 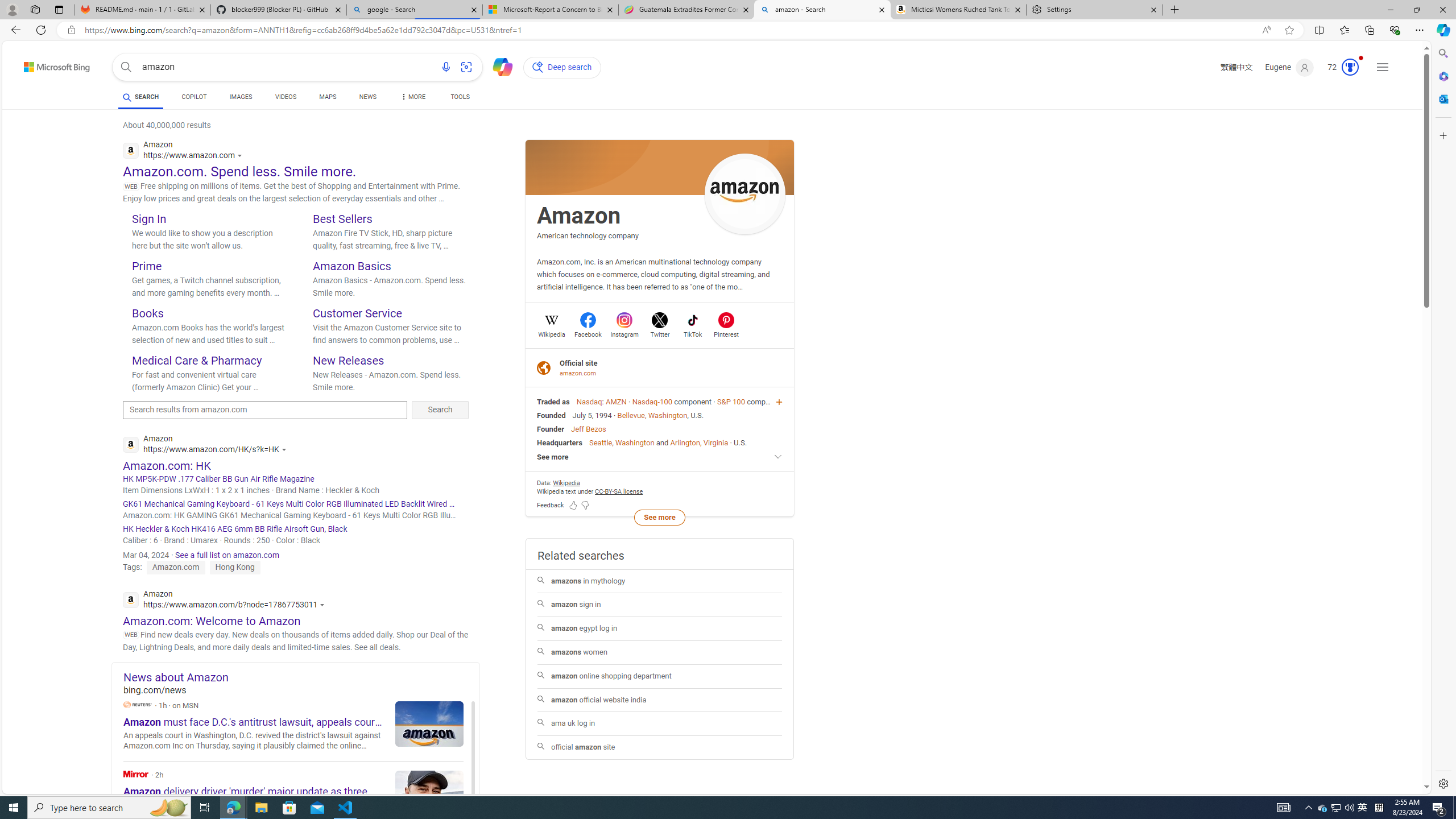 I want to click on 'Eugene', so click(x=1289, y=67).